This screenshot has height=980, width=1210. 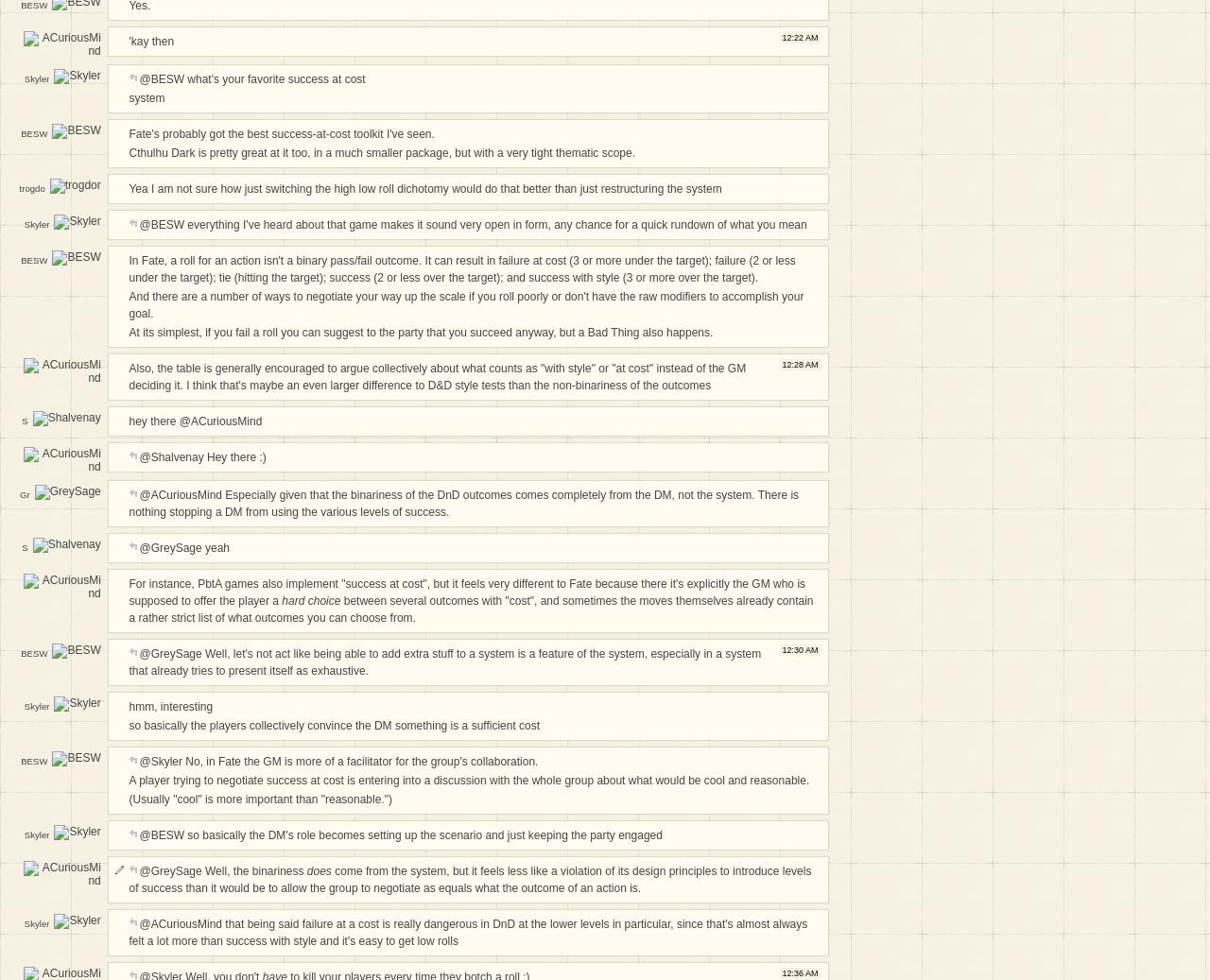 I want to click on 'between several outcomes with "cost", and sometimes the moves themselves already contain a rather strict list of what outcomes you can choose from.', so click(x=471, y=610).